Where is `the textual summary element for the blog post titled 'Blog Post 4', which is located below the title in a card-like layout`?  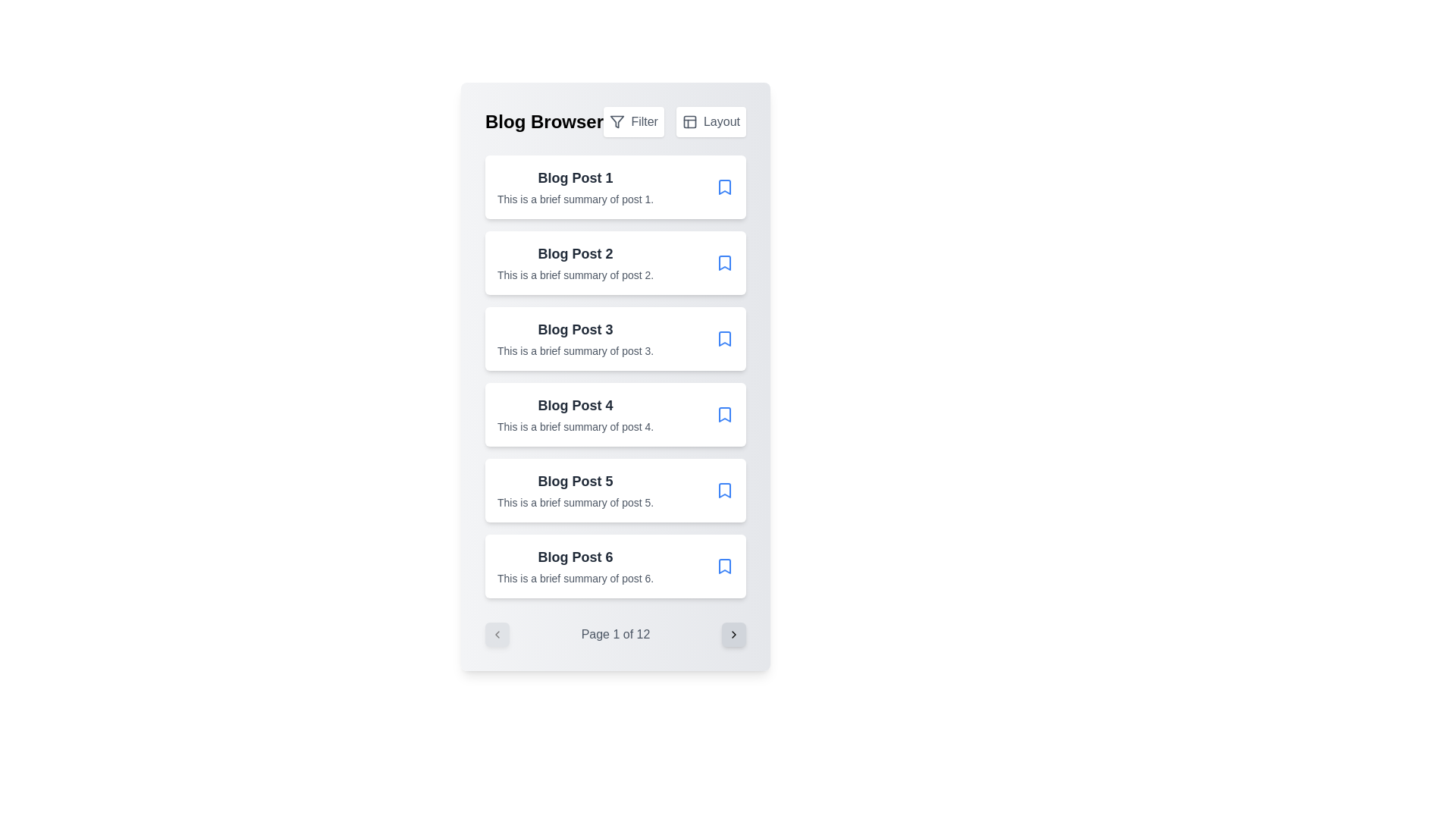
the textual summary element for the blog post titled 'Blog Post 4', which is located below the title in a card-like layout is located at coordinates (575, 427).